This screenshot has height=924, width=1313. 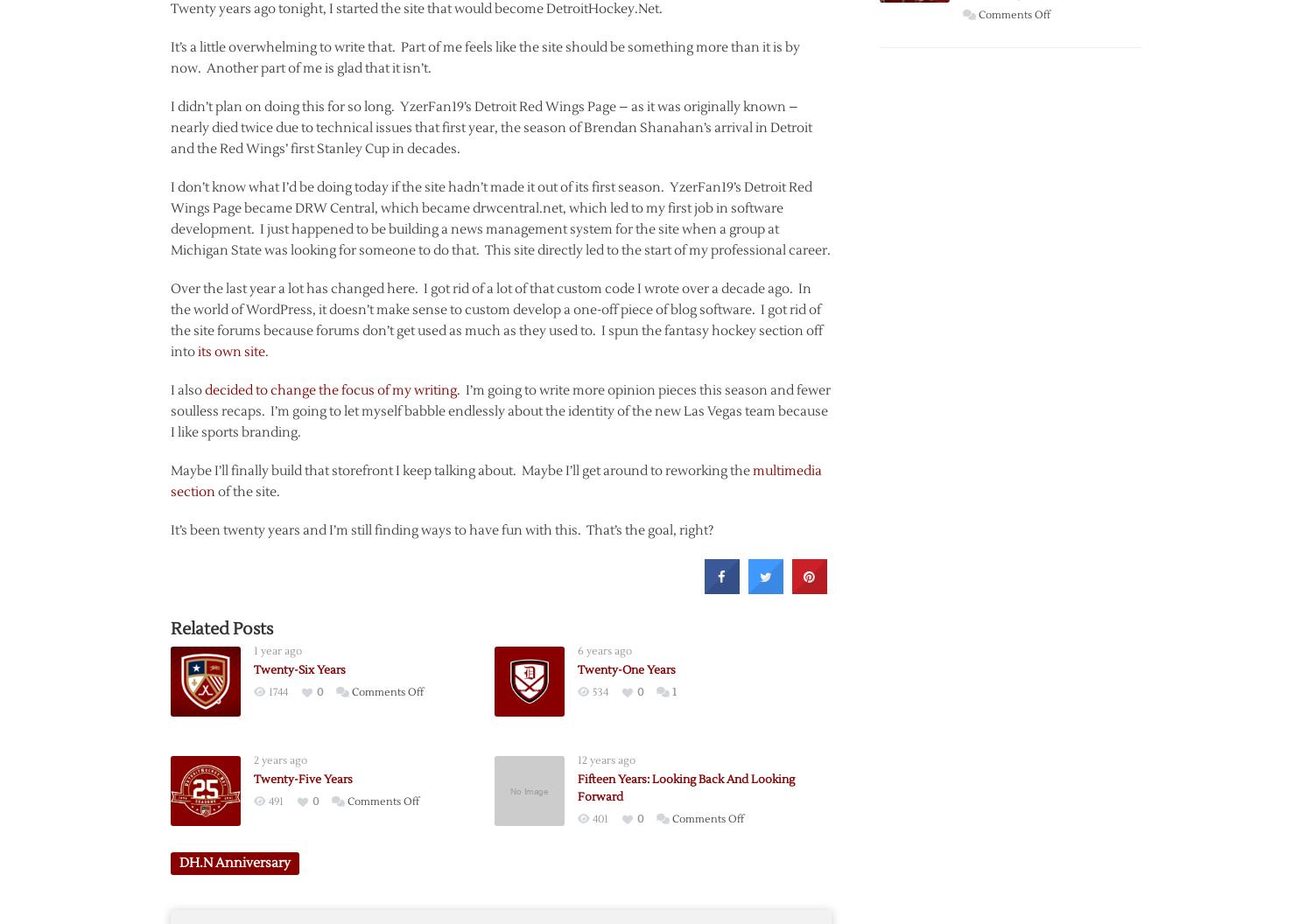 What do you see at coordinates (499, 217) in the screenshot?
I see `'I don’t know what I’d be doing today if the site hadn’t made it out of its first season.  YzerFan19’s Detroit Red Wings Page became DRW Central, which became drwcentral.net, which led to my first job in software development.  I just happened to be building a news management system for the site when a group at Michigan State was looking for someone to do that.  This site directly led to the start of my professional career.'` at bounding box center [499, 217].